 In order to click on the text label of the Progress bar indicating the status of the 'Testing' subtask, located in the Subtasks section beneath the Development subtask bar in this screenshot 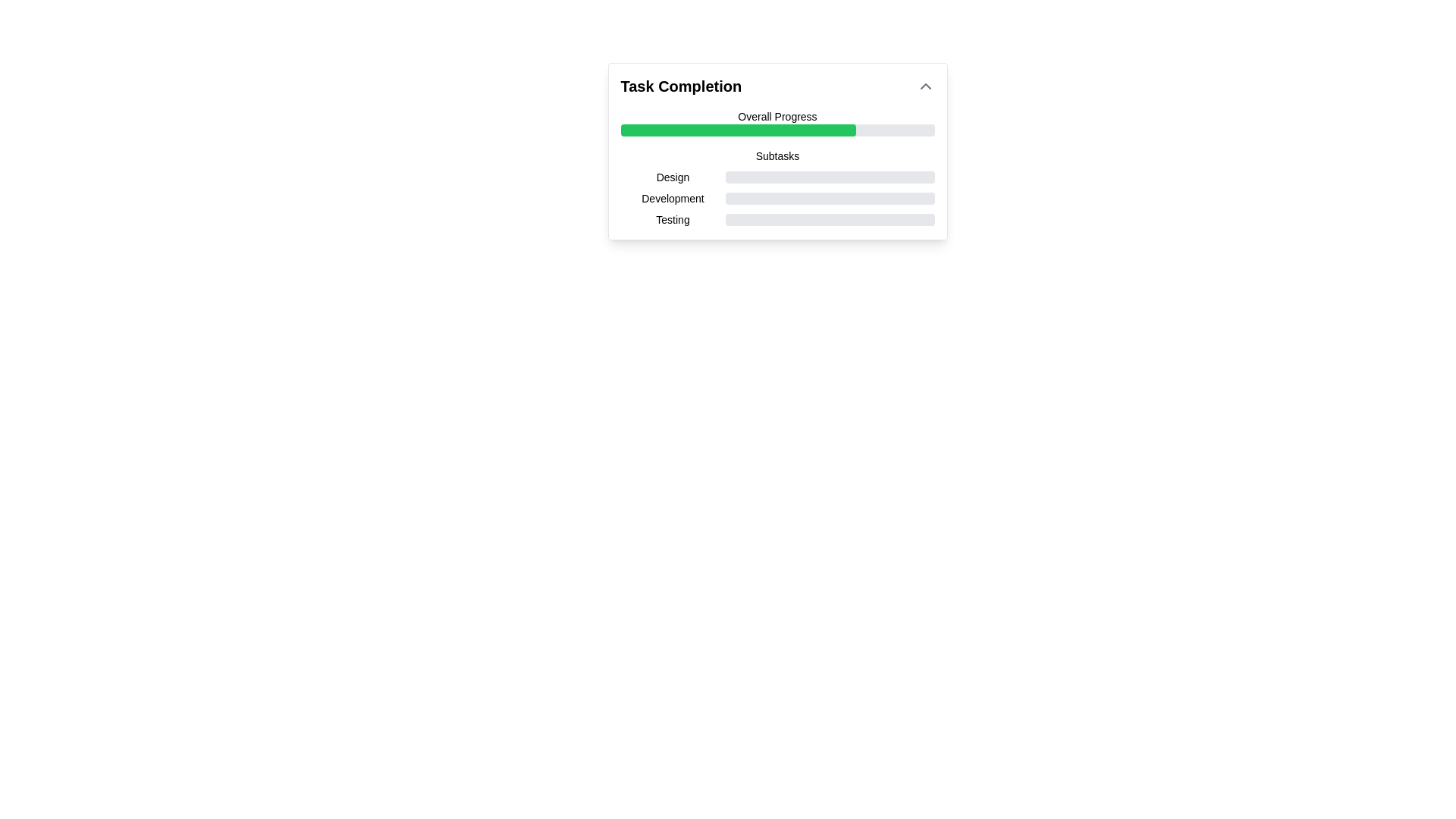, I will do `click(777, 219)`.